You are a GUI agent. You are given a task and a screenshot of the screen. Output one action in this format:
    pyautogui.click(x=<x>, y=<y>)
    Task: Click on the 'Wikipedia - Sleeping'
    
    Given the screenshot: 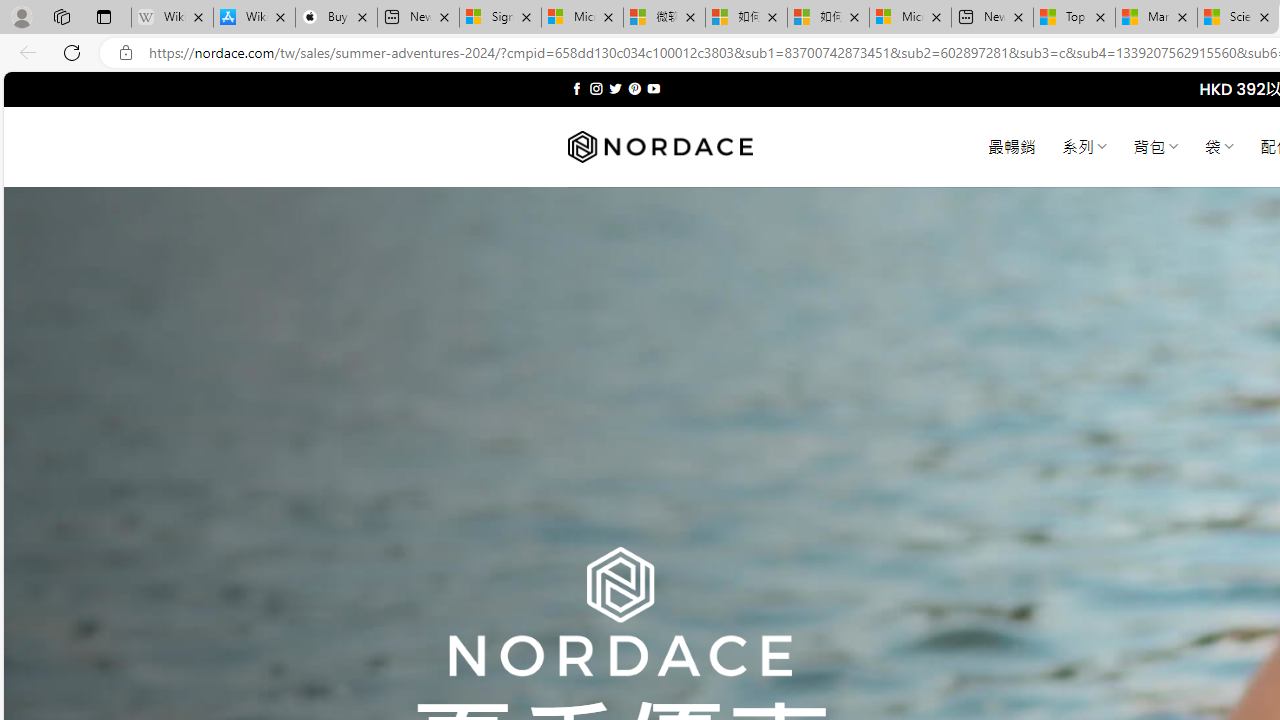 What is the action you would take?
    pyautogui.click(x=172, y=17)
    